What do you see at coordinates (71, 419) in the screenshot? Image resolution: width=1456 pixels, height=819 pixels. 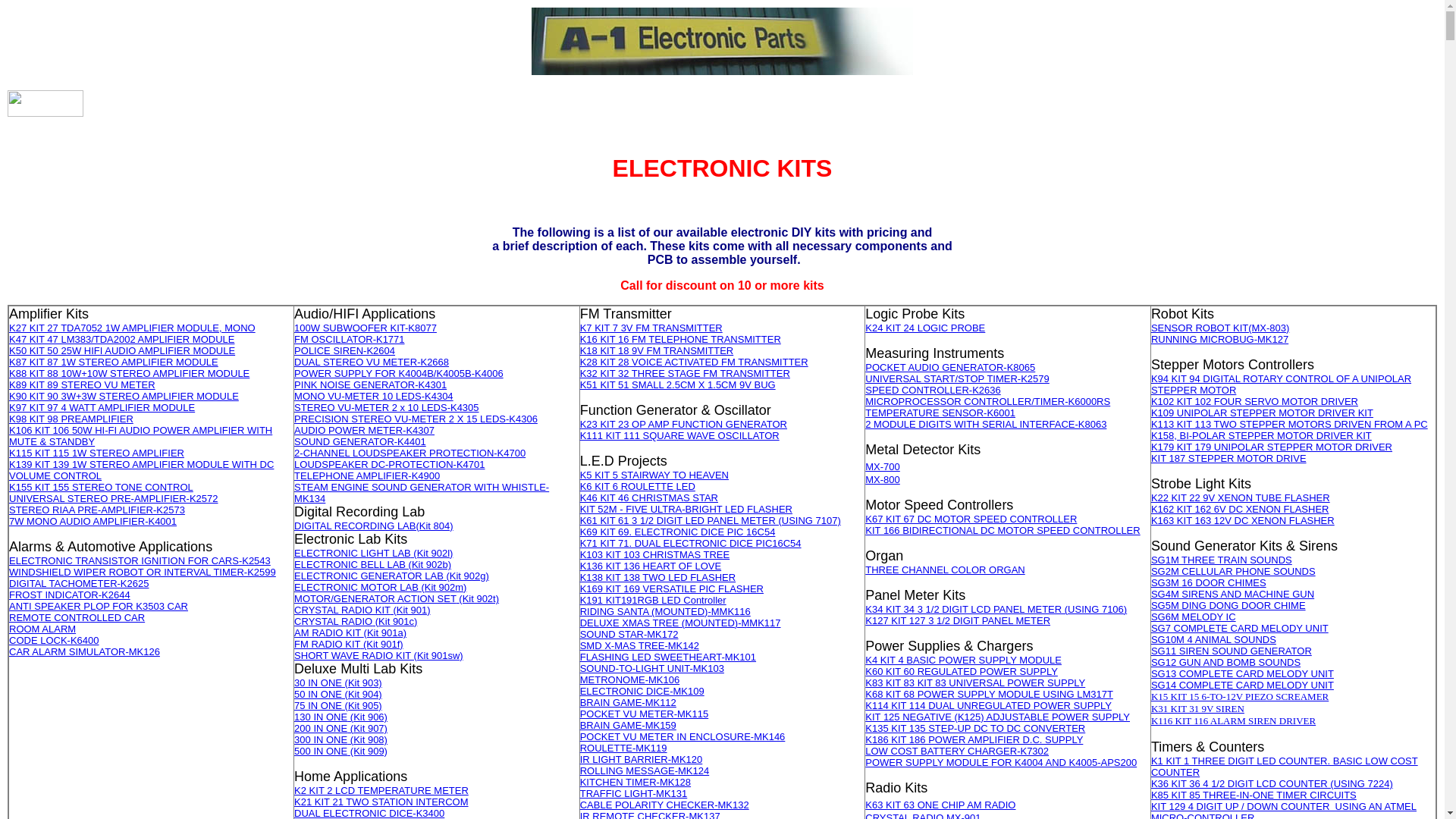 I see `'K98 KIT 98 PREAMPLIFIER'` at bounding box center [71, 419].